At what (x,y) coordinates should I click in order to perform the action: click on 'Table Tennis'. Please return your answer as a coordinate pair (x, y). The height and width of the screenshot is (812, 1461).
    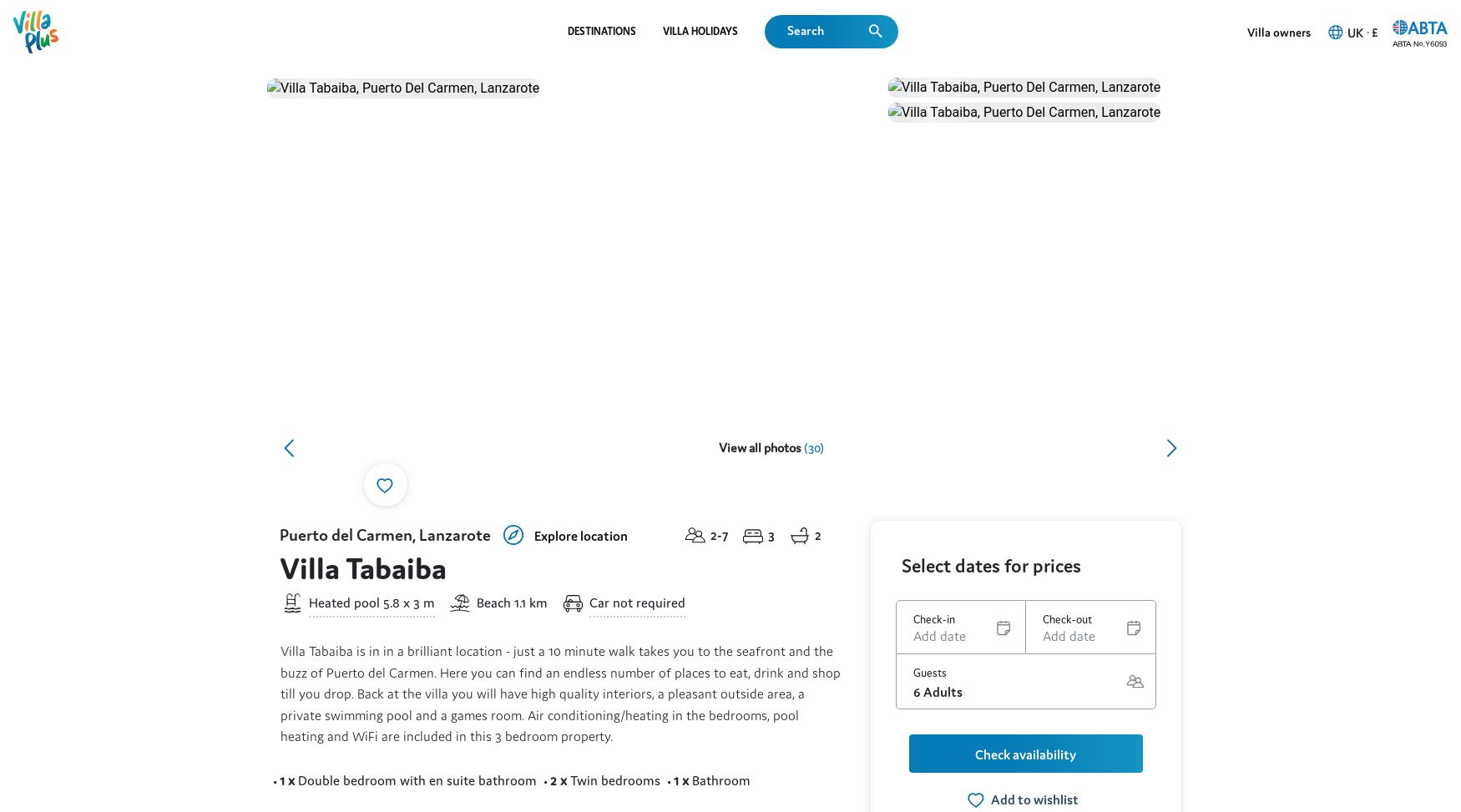
    Looking at the image, I should click on (973, 541).